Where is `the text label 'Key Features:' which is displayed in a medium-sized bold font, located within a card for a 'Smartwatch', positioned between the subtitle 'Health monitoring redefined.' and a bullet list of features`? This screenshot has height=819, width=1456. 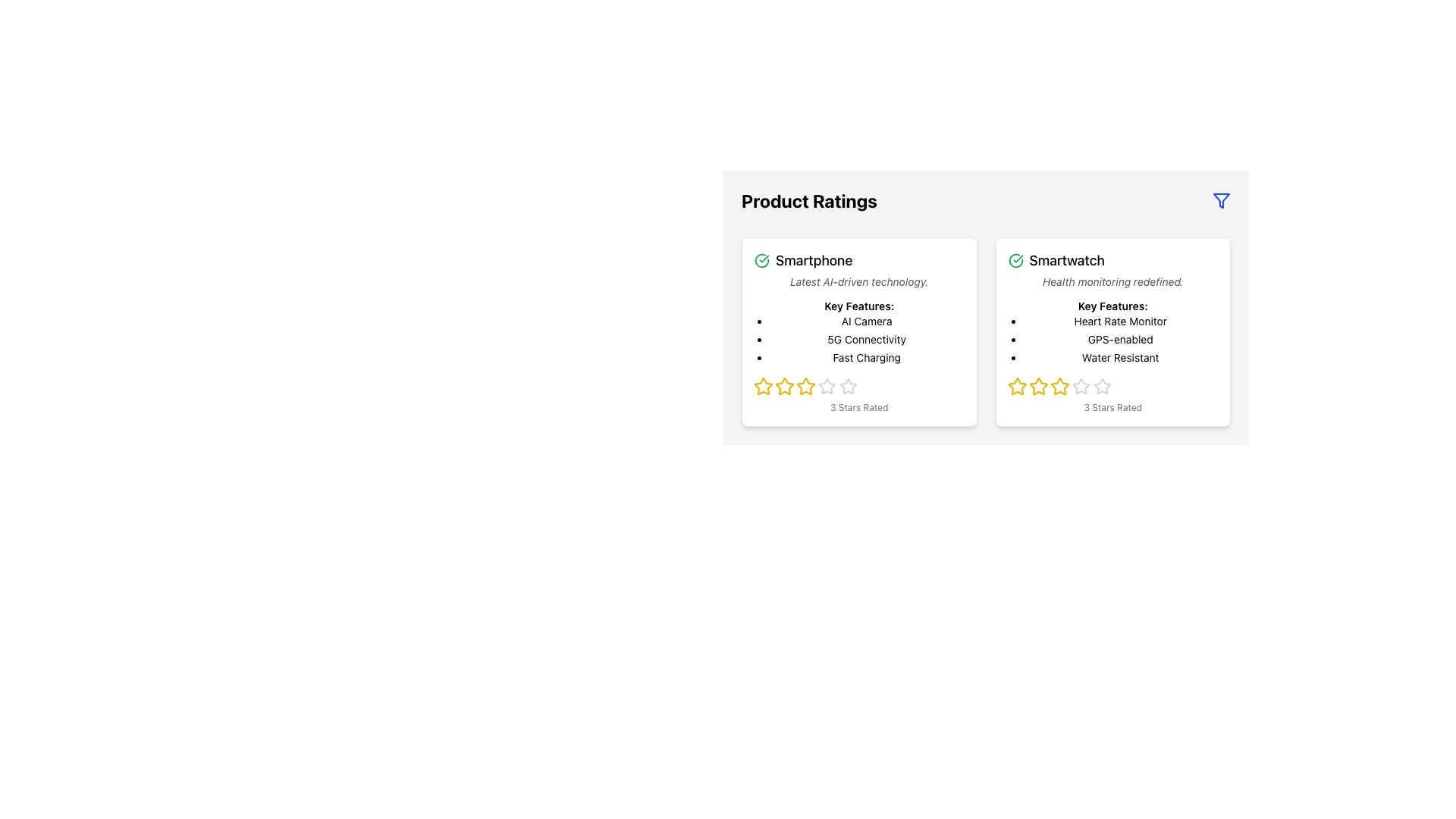
the text label 'Key Features:' which is displayed in a medium-sized bold font, located within a card for a 'Smartwatch', positioned between the subtitle 'Health monitoring redefined.' and a bullet list of features is located at coordinates (1112, 306).